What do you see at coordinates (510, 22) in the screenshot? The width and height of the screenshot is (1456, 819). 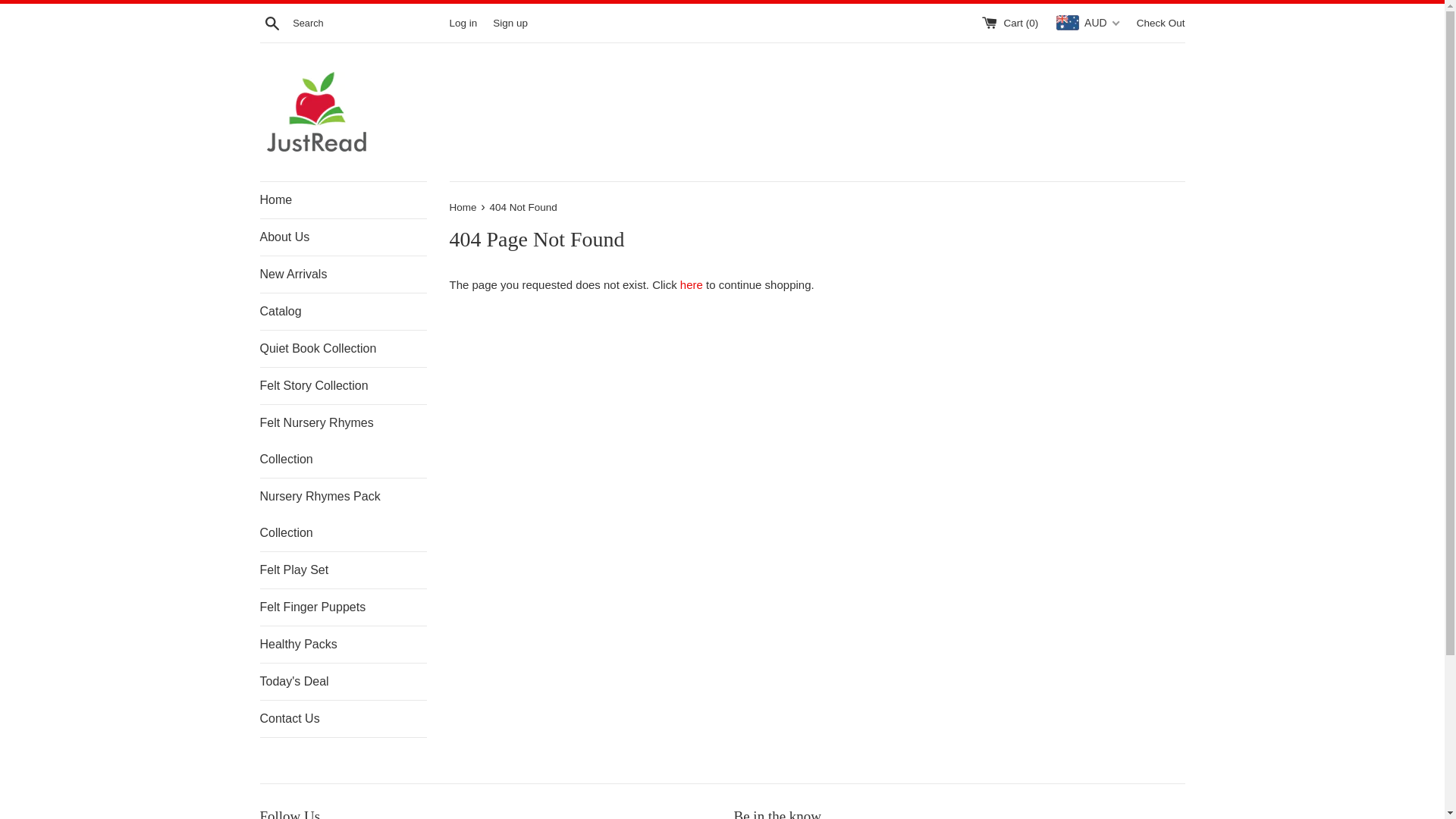 I see `'Sign up'` at bounding box center [510, 22].